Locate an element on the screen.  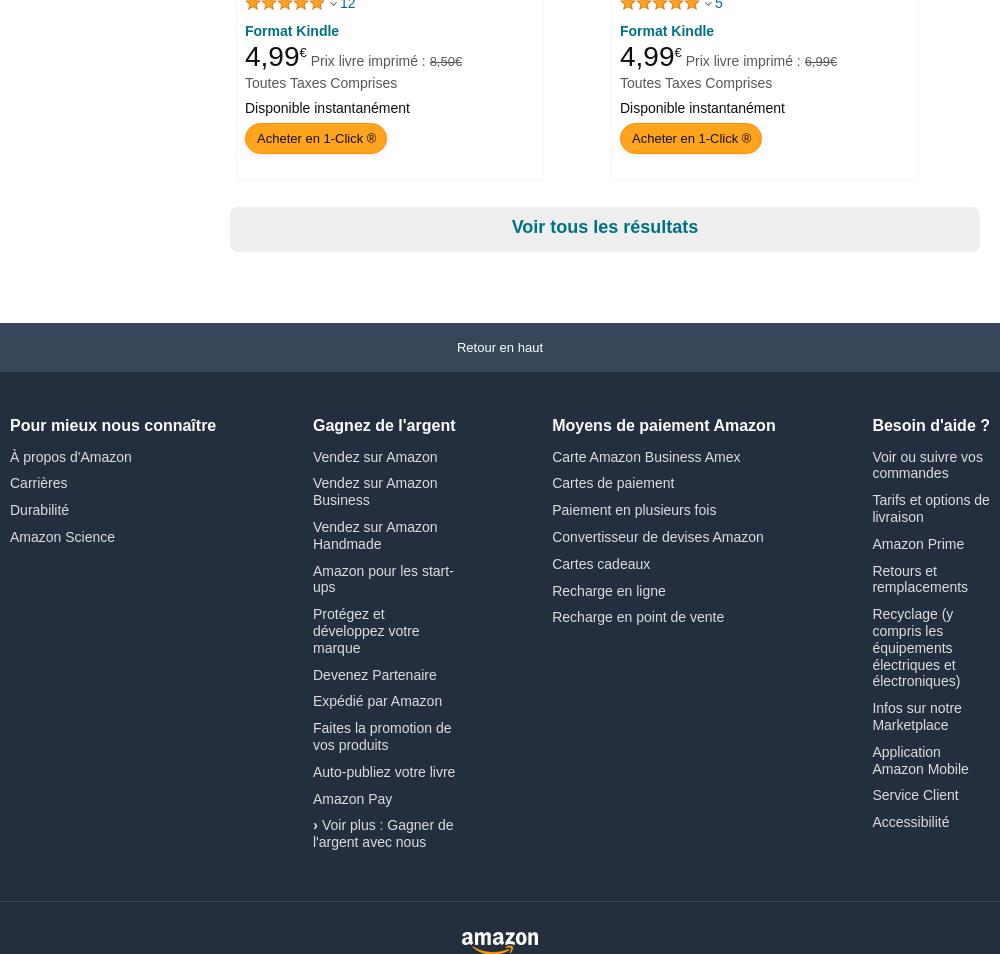
'Vendez sur Amazon Business' is located at coordinates (373, 490).